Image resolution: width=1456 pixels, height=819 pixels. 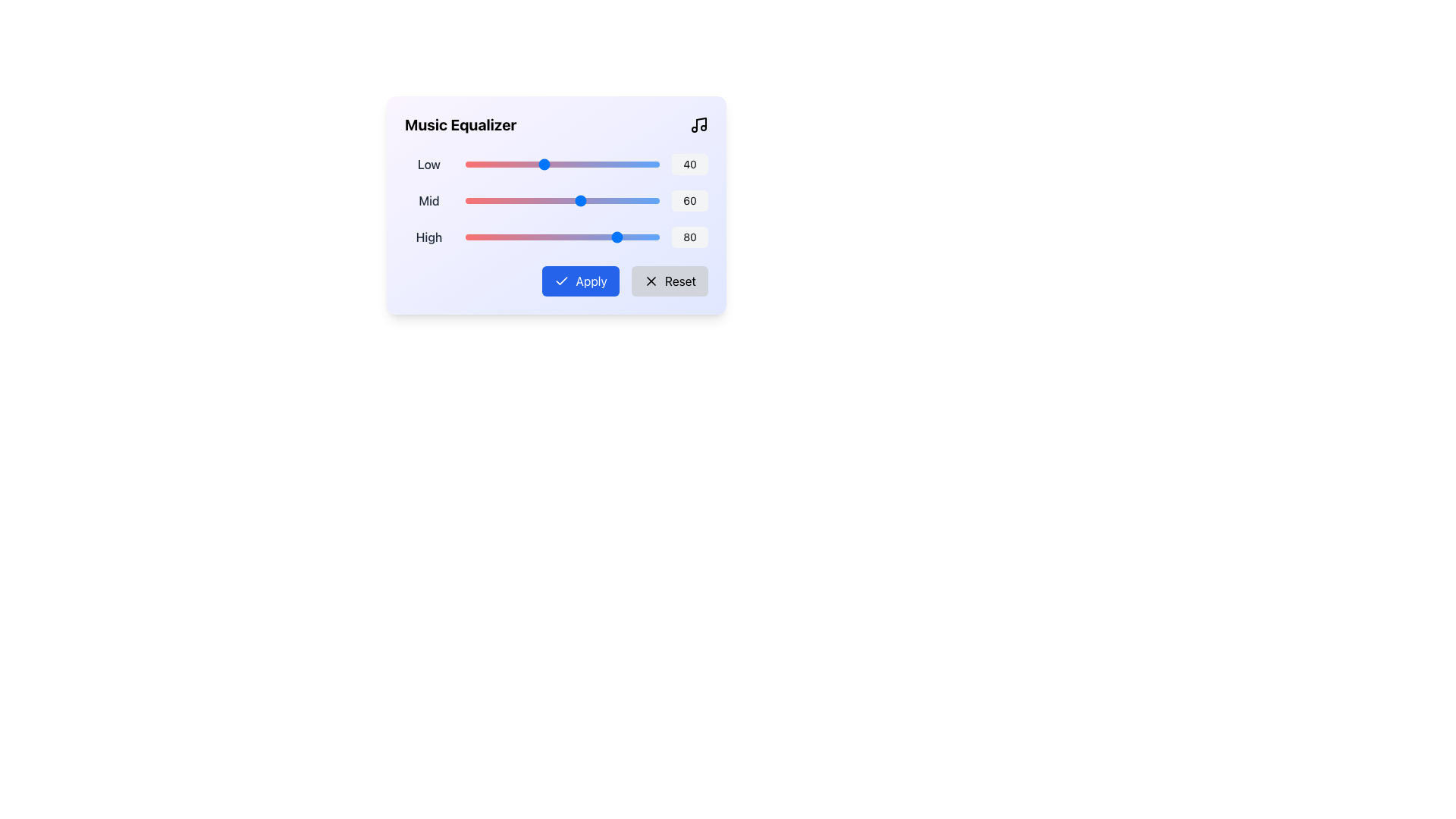 I want to click on the 'High' audio frequency, so click(x=632, y=237).